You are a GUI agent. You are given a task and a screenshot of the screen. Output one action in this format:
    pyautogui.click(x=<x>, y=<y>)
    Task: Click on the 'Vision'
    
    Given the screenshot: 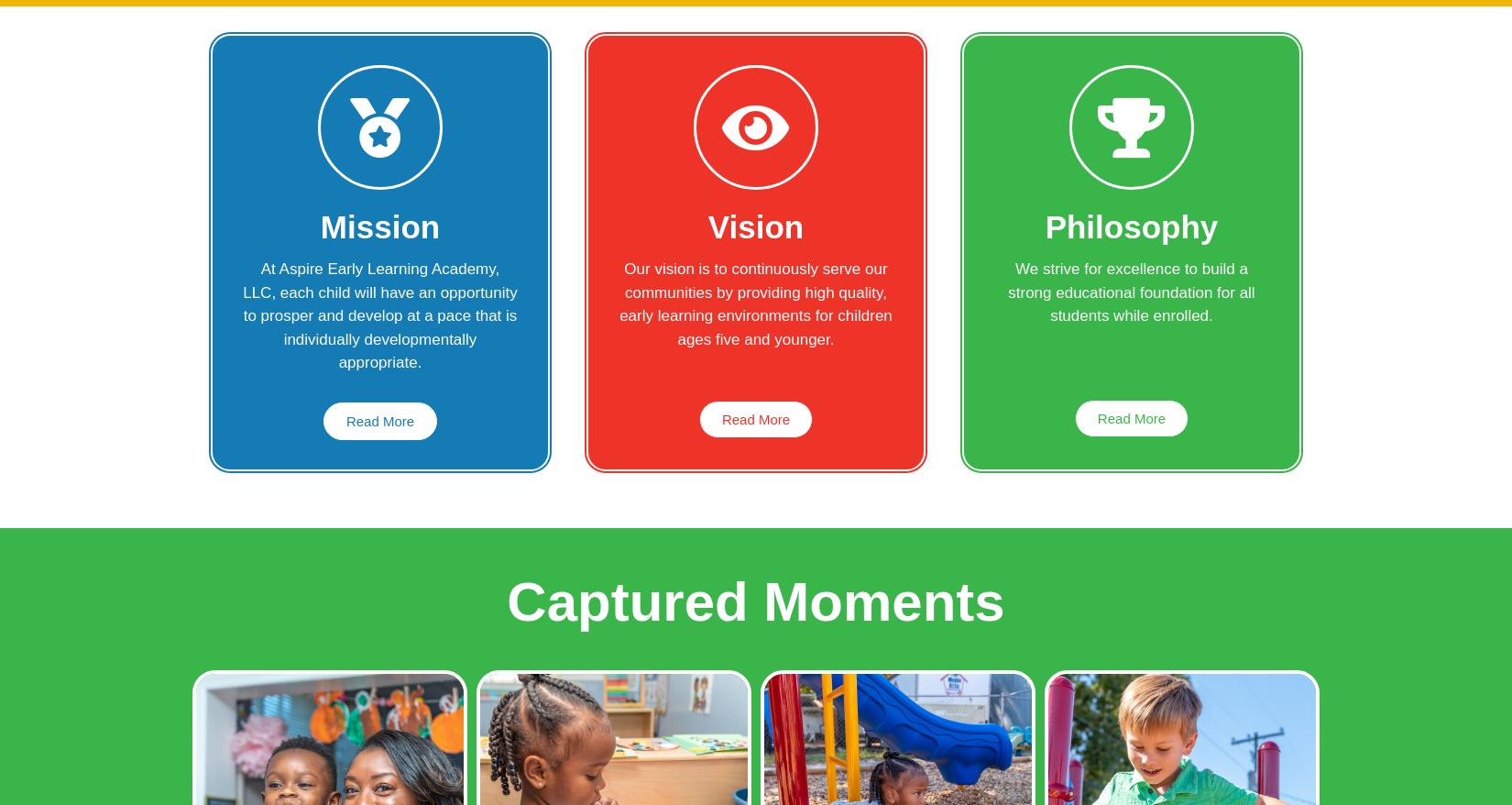 What is the action you would take?
    pyautogui.click(x=707, y=226)
    